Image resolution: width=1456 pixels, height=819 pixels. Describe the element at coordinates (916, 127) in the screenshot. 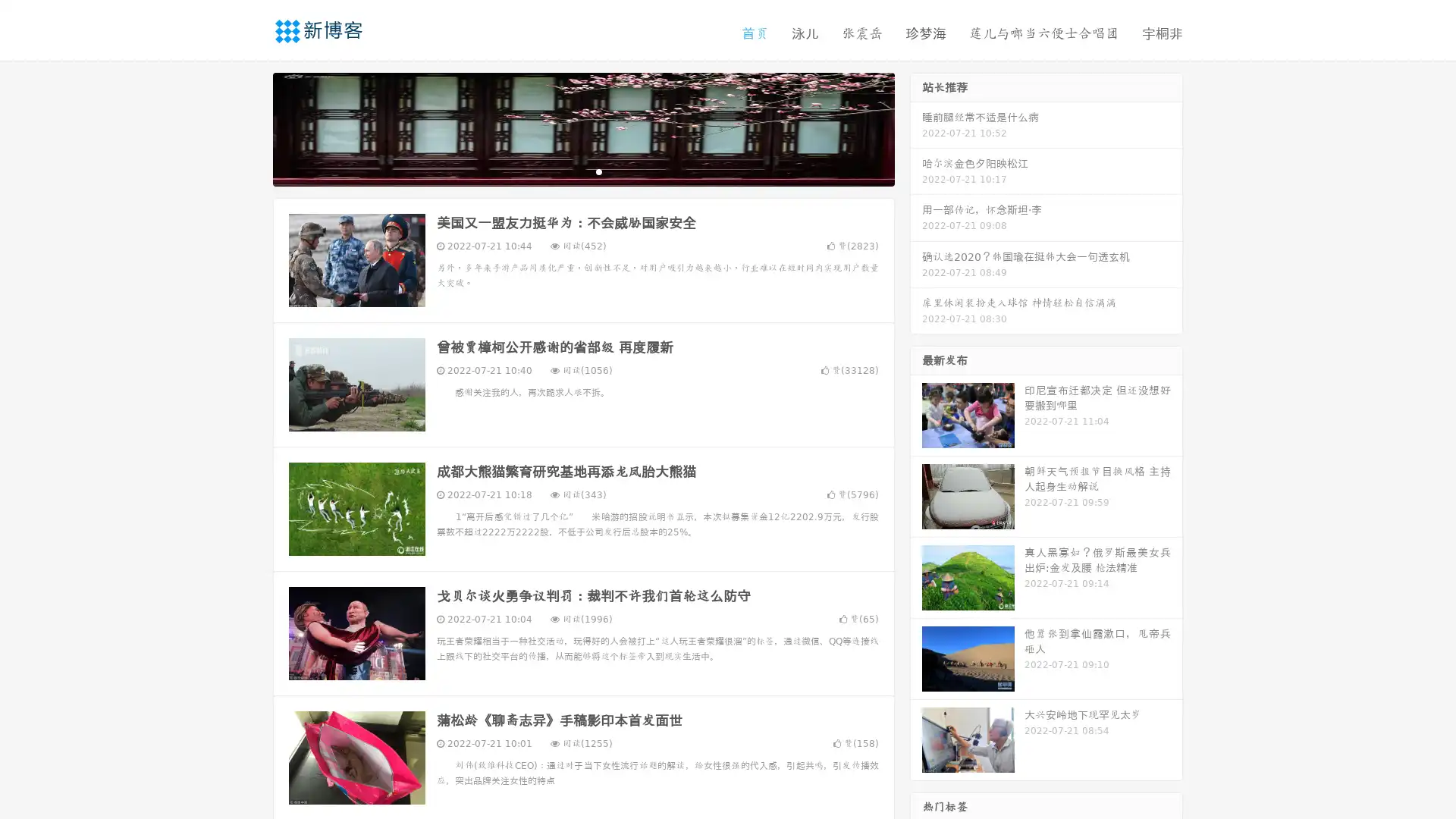

I see `Next slide` at that location.